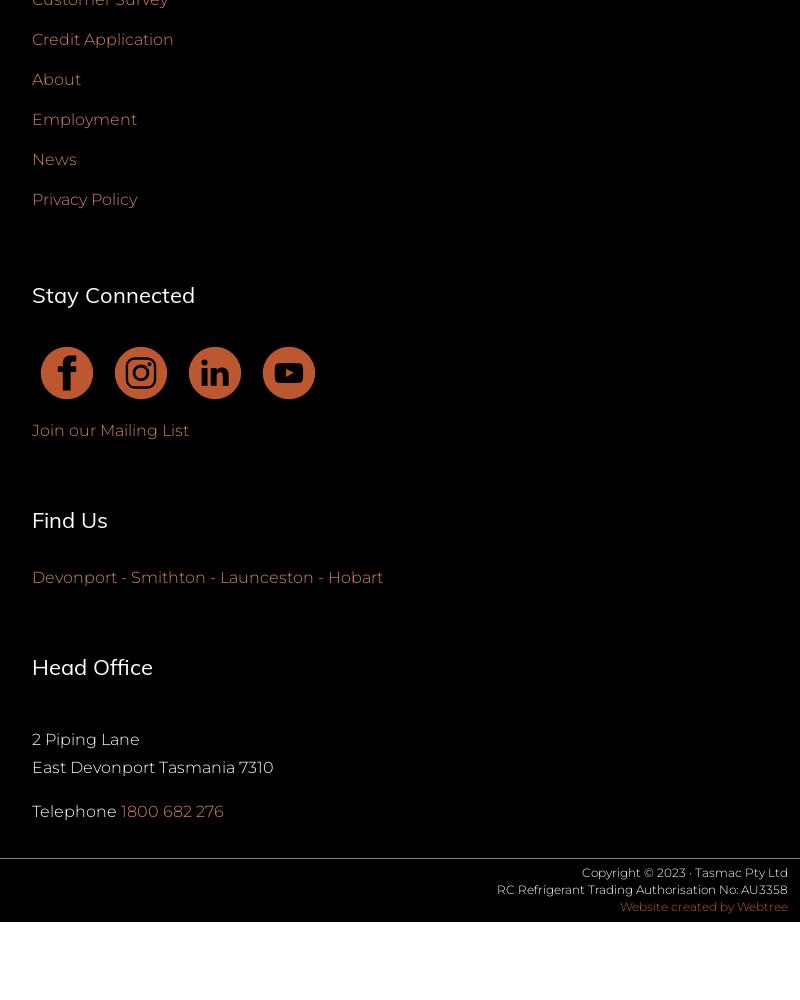 This screenshot has height=1000, width=800. I want to click on 'Website created by Webtree', so click(703, 905).